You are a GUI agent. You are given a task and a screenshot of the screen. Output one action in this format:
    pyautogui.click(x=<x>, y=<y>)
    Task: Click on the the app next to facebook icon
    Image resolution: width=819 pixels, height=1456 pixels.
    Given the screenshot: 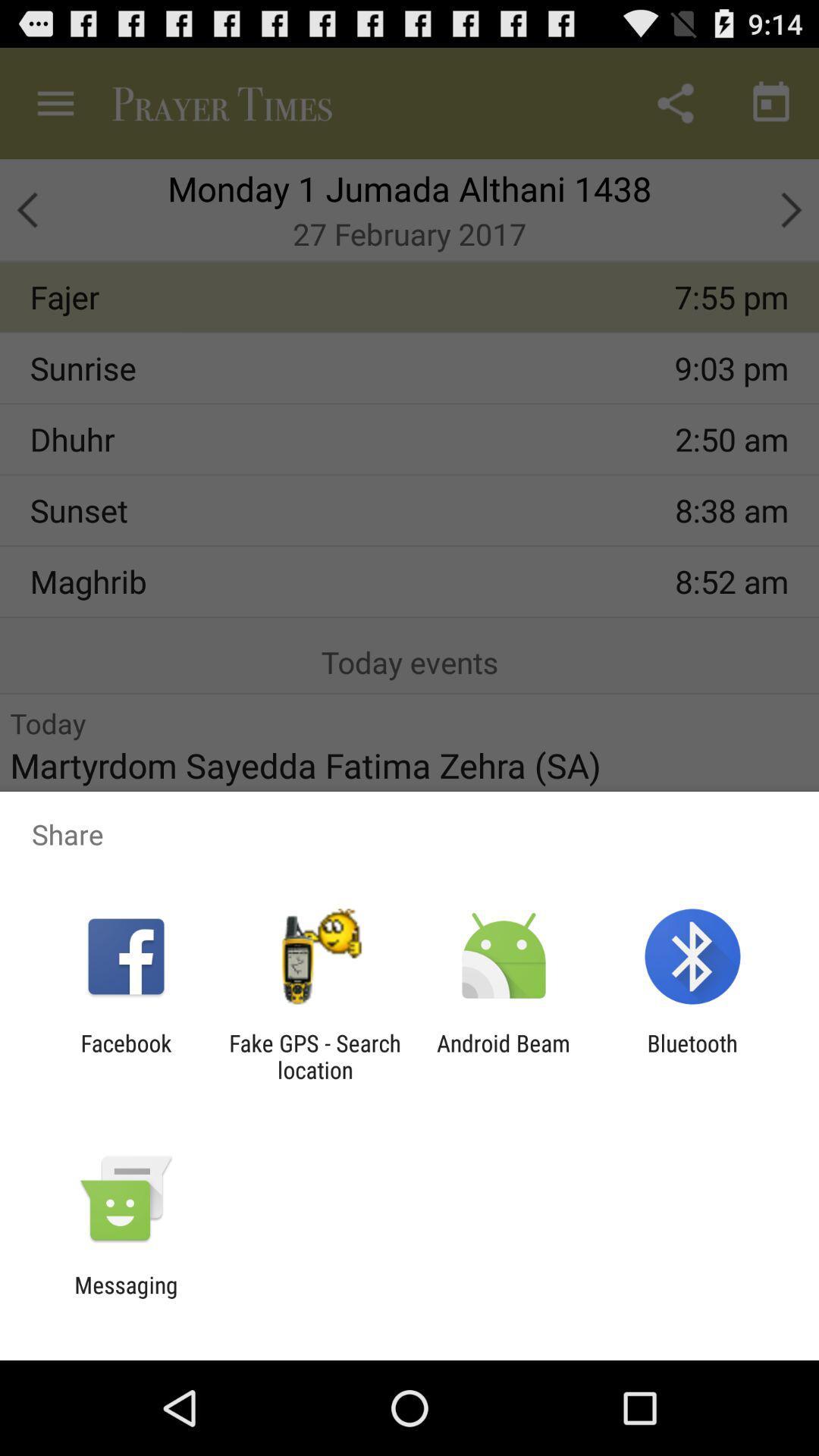 What is the action you would take?
    pyautogui.click(x=314, y=1056)
    